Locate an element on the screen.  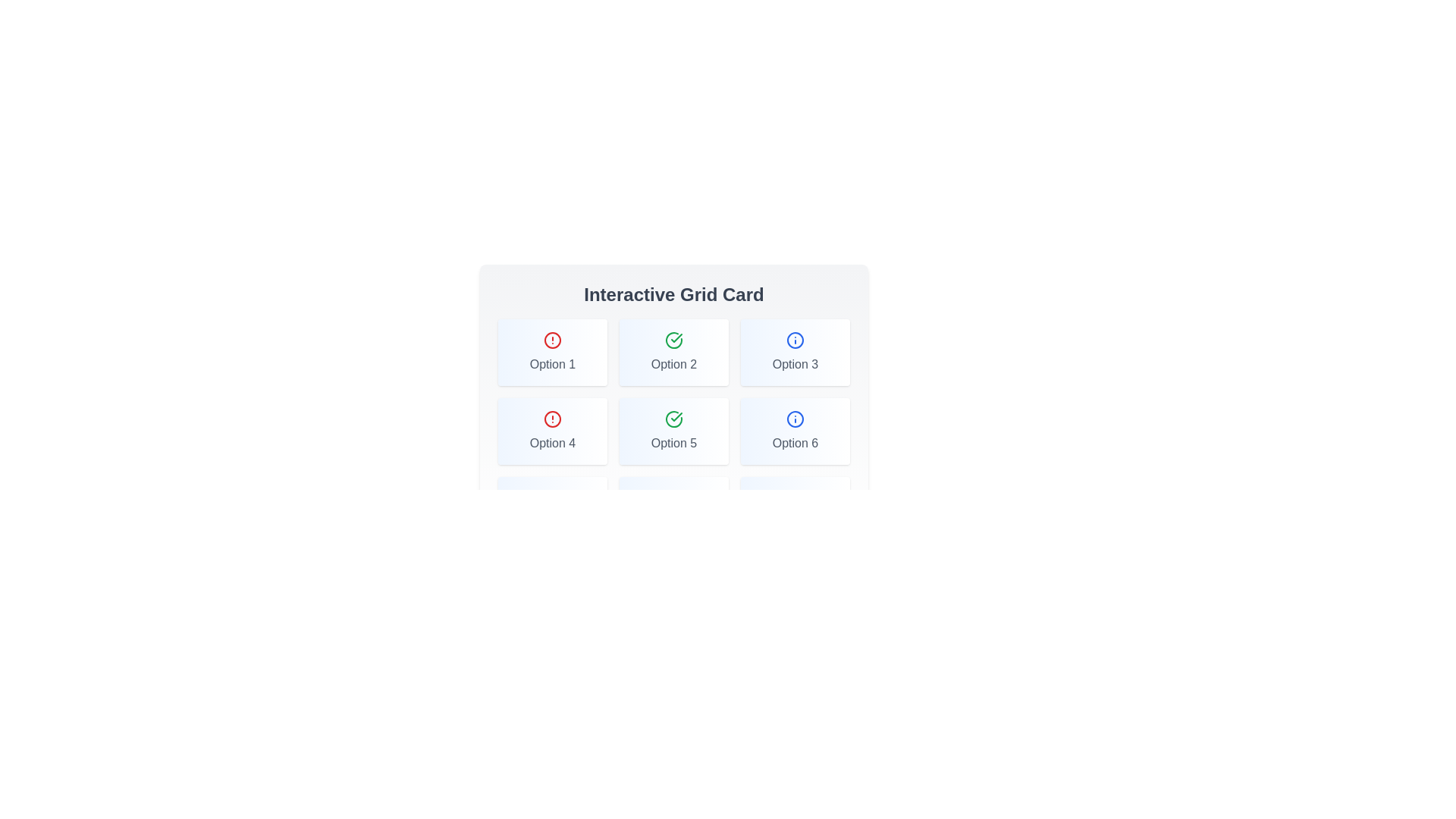
the interactive card labeled 'Option 6' located in the second row and third column of the grid layout is located at coordinates (795, 431).